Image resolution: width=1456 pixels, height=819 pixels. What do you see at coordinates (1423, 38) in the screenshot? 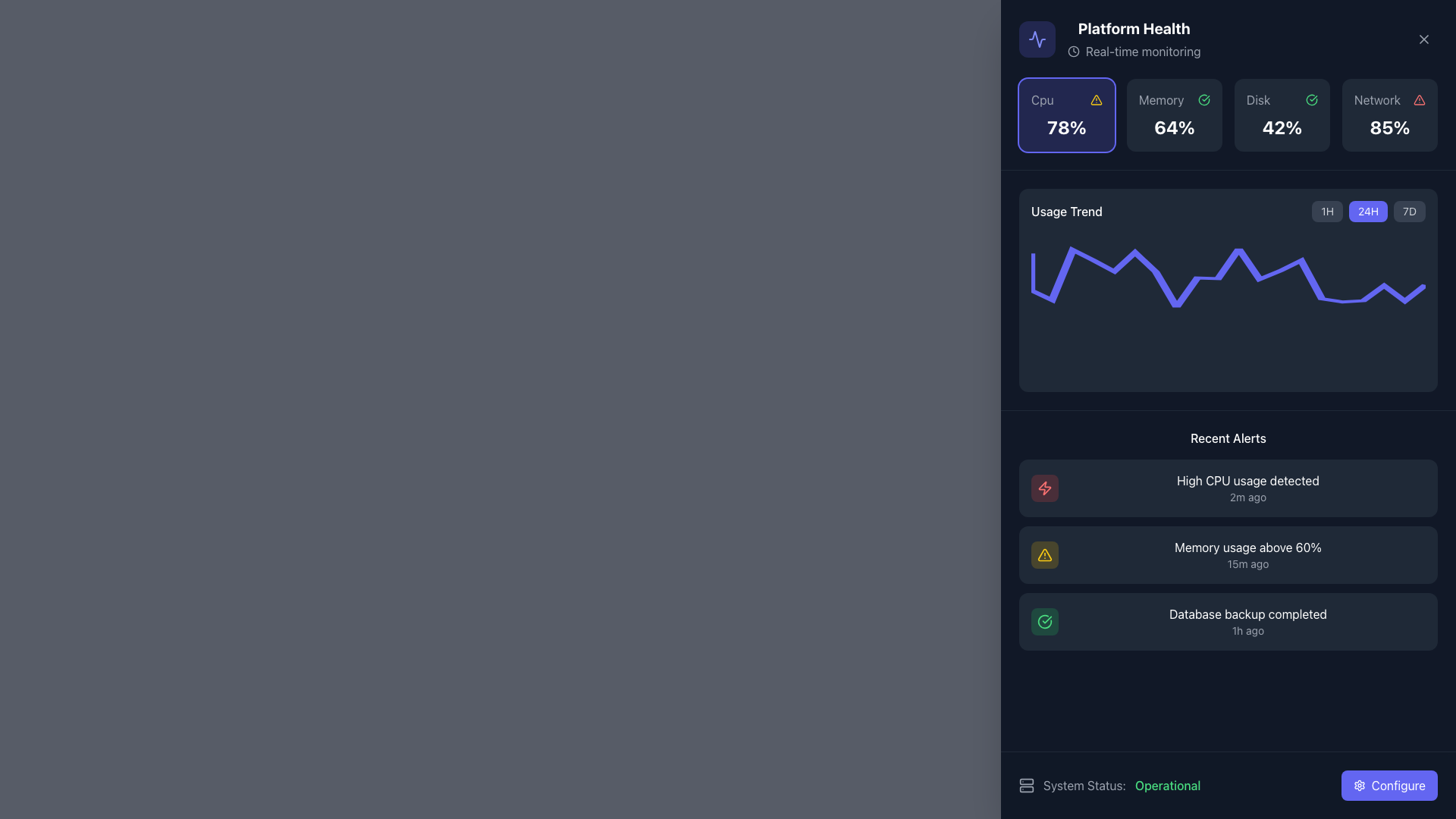
I see `the cross icon representing a close or dismiss button located near the top-right corner of the interface adjacent to the 'Platform Health' section header` at bounding box center [1423, 38].